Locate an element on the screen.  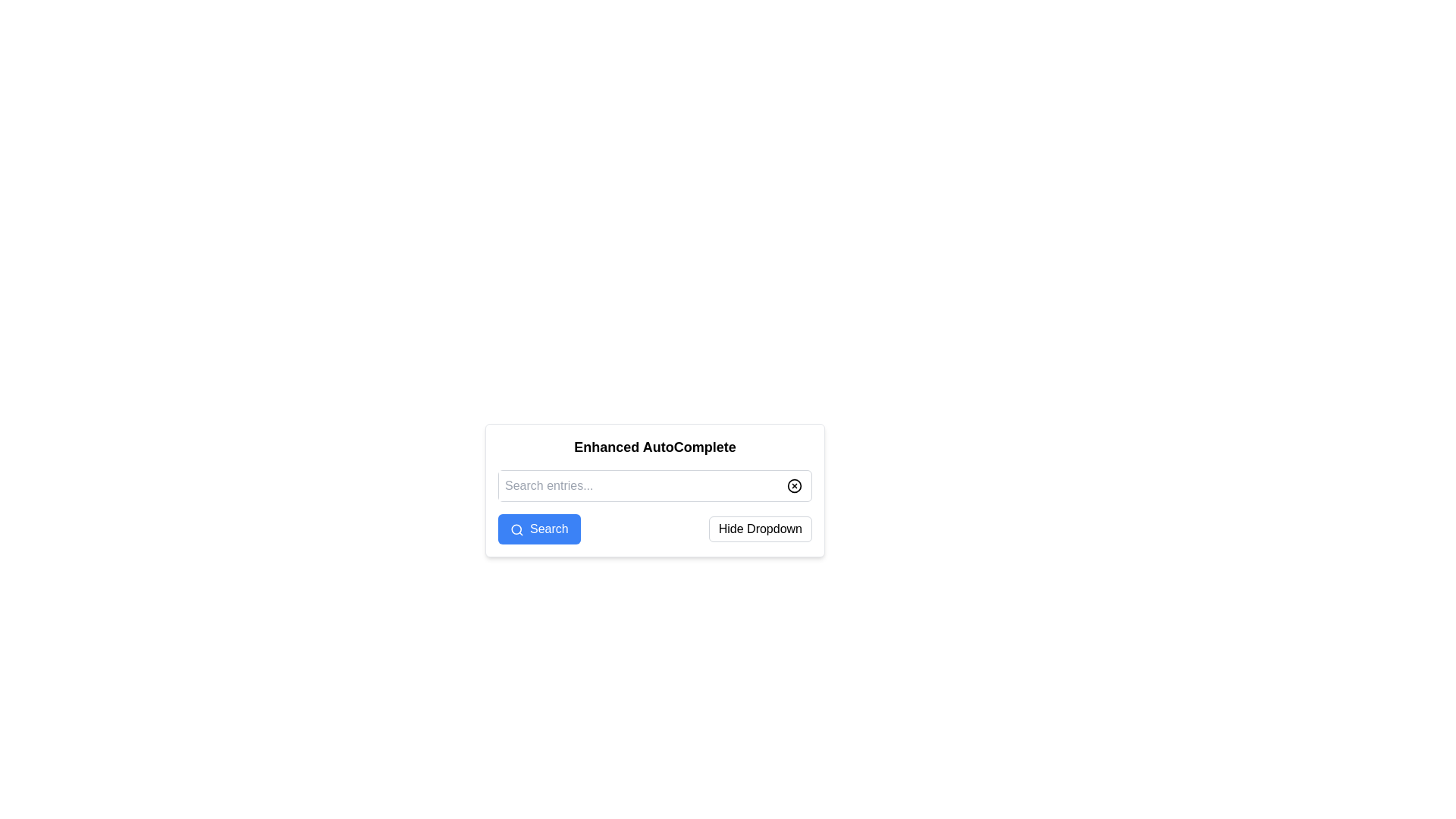
the SVG search icon located is located at coordinates (516, 529).